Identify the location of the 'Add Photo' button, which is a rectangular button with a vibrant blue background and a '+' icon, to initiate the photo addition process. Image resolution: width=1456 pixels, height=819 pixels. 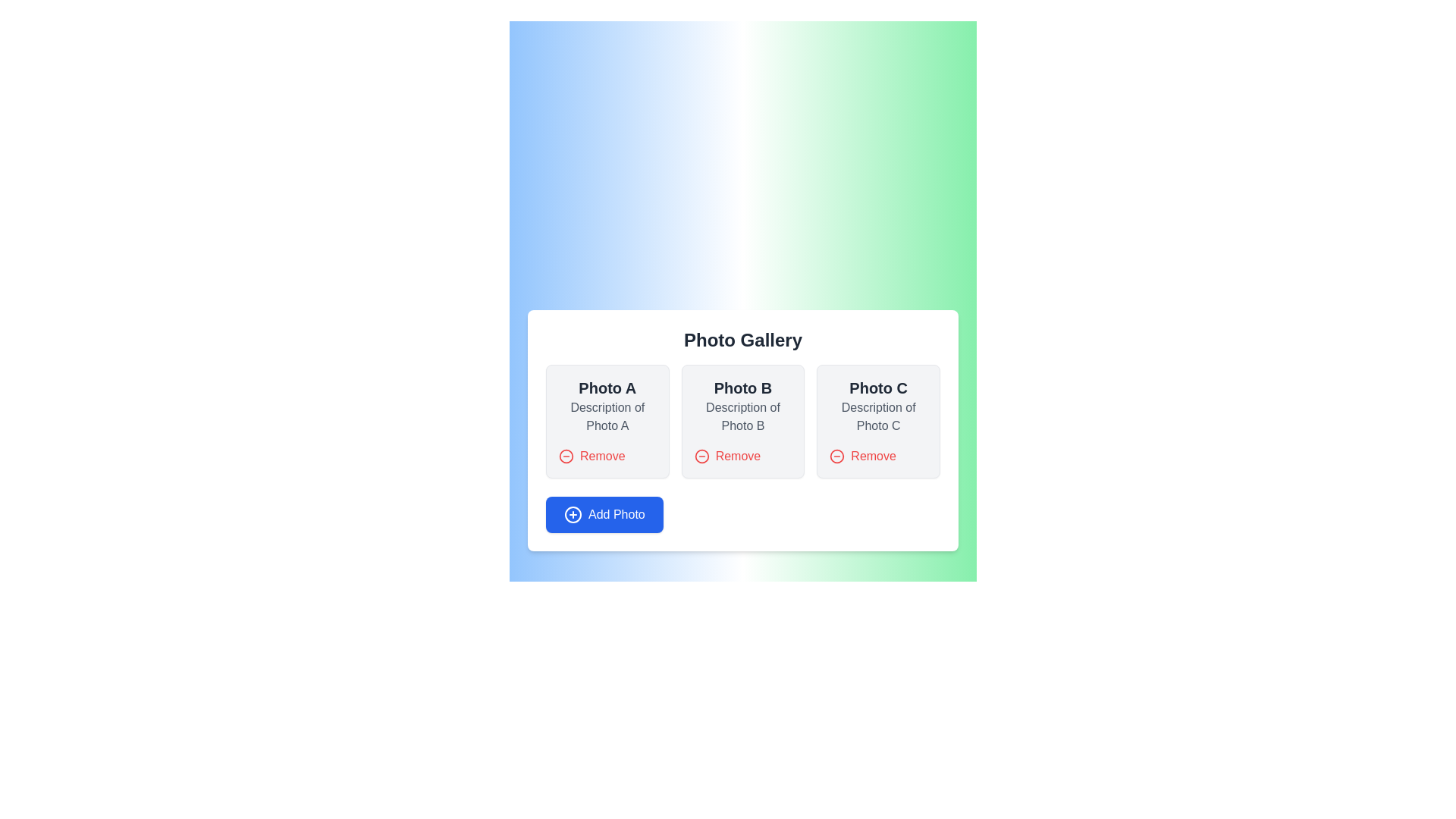
(604, 513).